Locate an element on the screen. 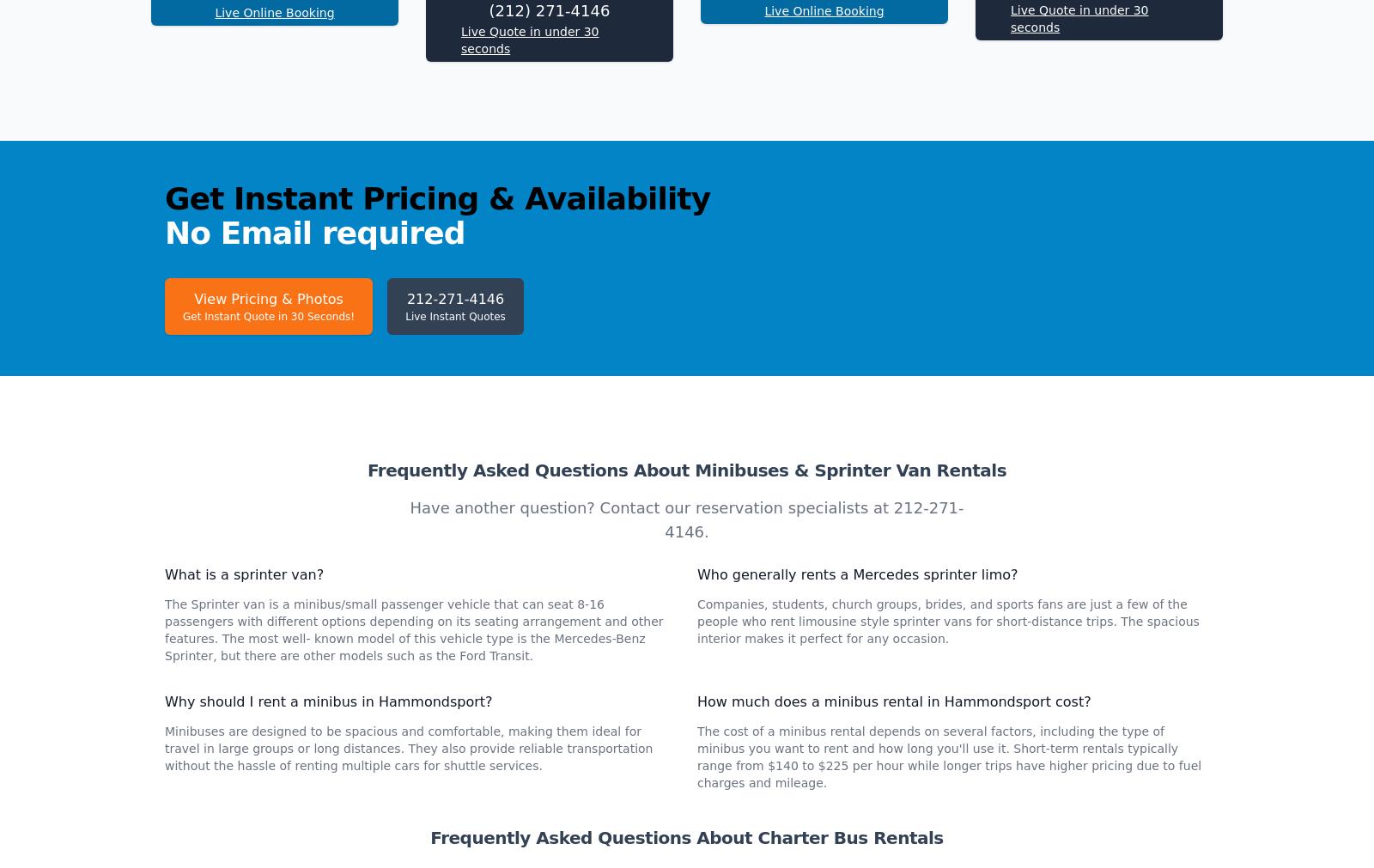 The width and height of the screenshot is (1374, 868). 'Get Instant Quote in 30 Seconds!' is located at coordinates (268, 545).